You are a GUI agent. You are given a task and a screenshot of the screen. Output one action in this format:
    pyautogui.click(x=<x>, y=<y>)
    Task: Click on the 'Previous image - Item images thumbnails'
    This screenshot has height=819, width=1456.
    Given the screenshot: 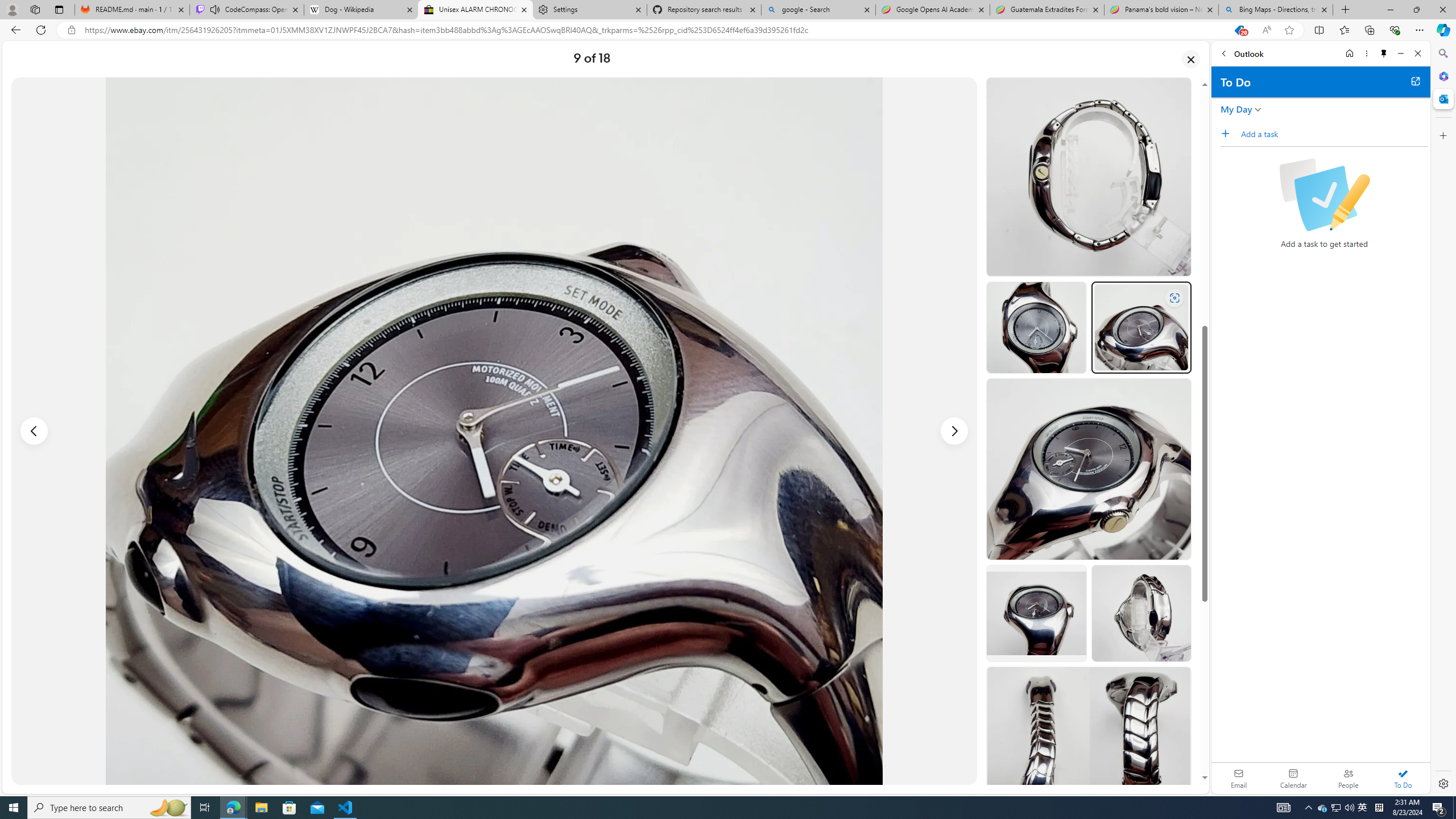 What is the action you would take?
    pyautogui.click(x=34, y=431)
    